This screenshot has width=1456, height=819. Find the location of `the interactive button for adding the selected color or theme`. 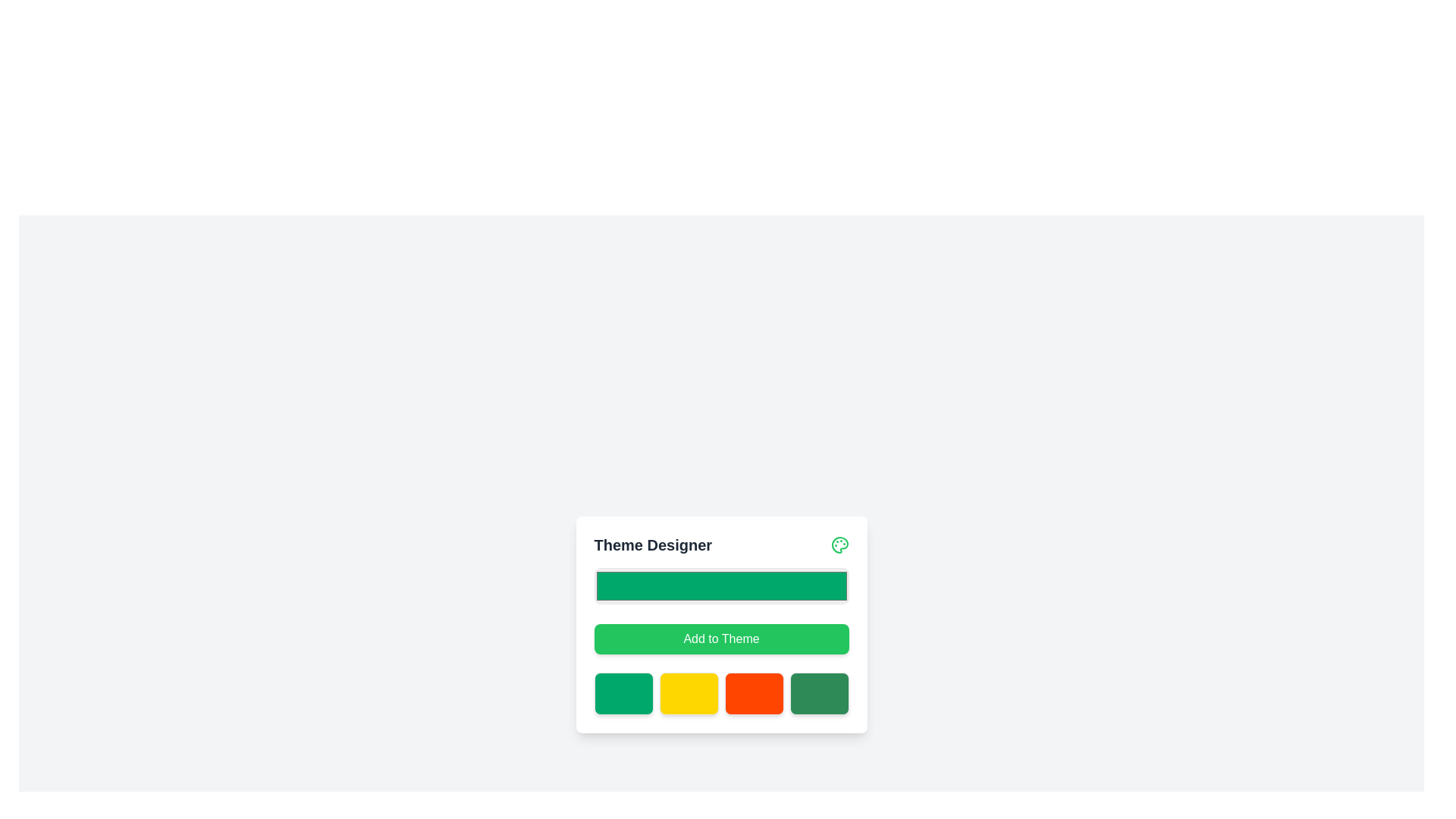

the interactive button for adding the selected color or theme is located at coordinates (720, 641).